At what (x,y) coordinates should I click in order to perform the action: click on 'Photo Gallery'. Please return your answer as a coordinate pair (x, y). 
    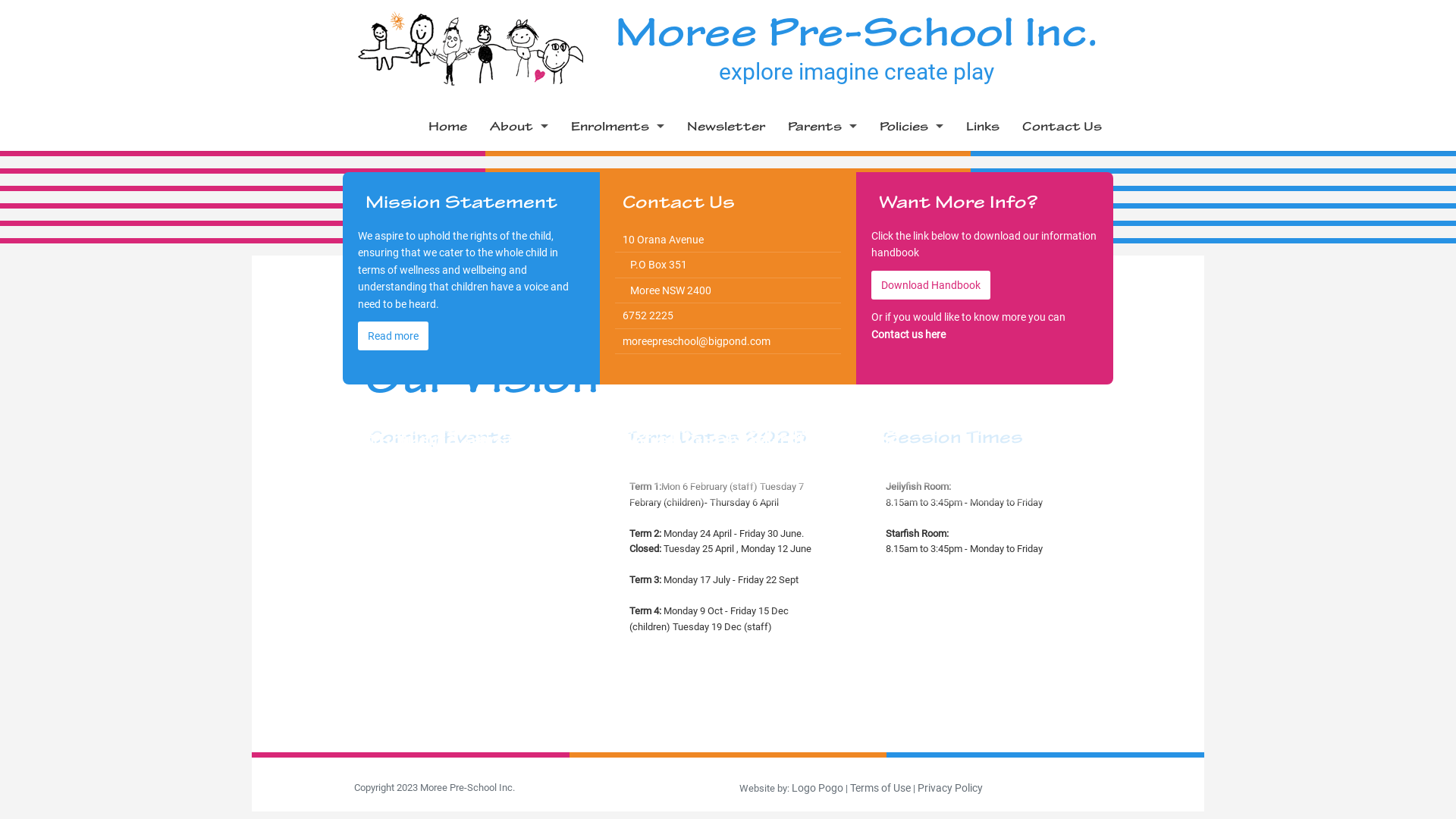
    Looking at the image, I should click on (519, 262).